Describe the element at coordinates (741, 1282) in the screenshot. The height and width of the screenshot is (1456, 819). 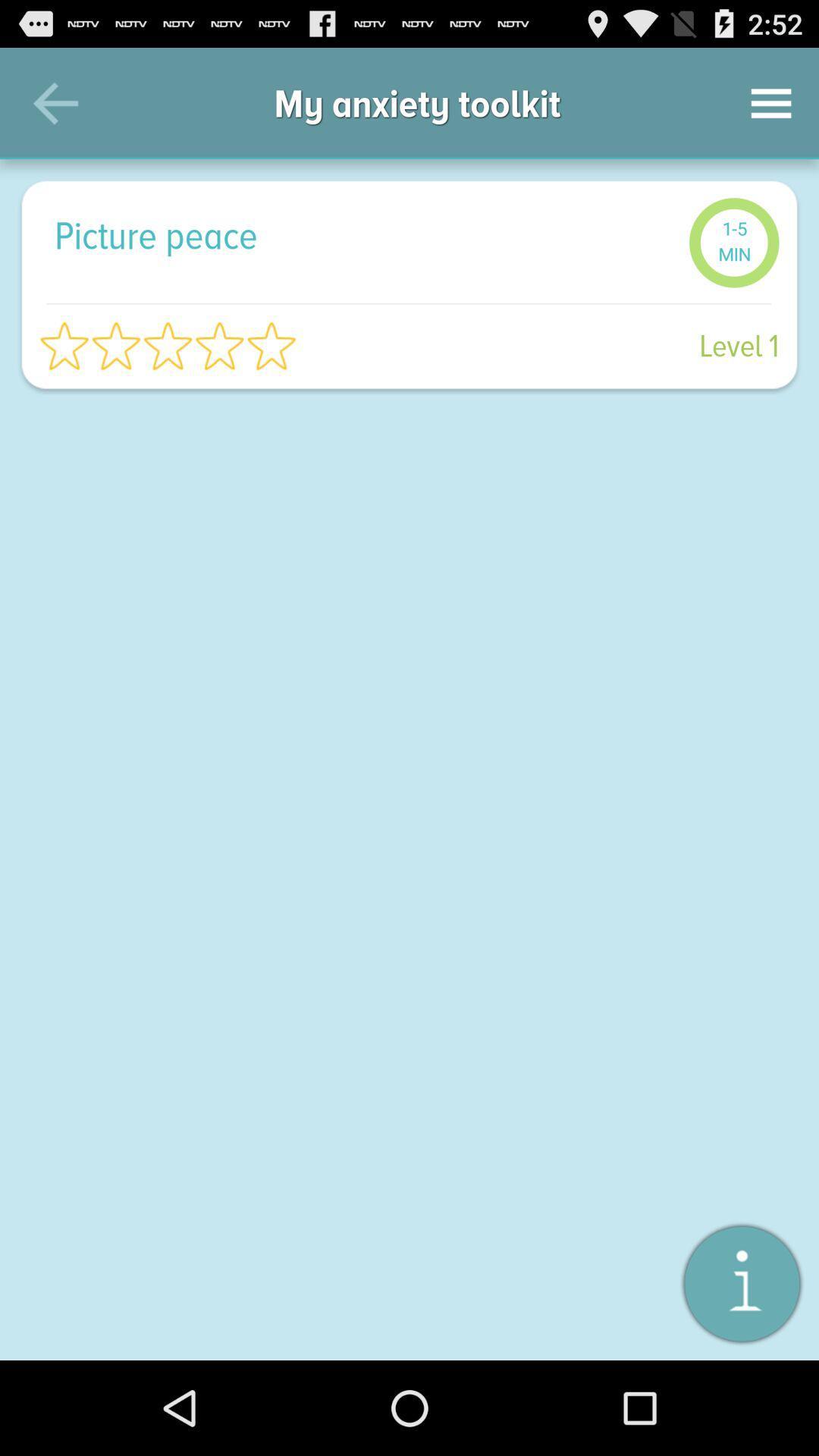
I see `about` at that location.